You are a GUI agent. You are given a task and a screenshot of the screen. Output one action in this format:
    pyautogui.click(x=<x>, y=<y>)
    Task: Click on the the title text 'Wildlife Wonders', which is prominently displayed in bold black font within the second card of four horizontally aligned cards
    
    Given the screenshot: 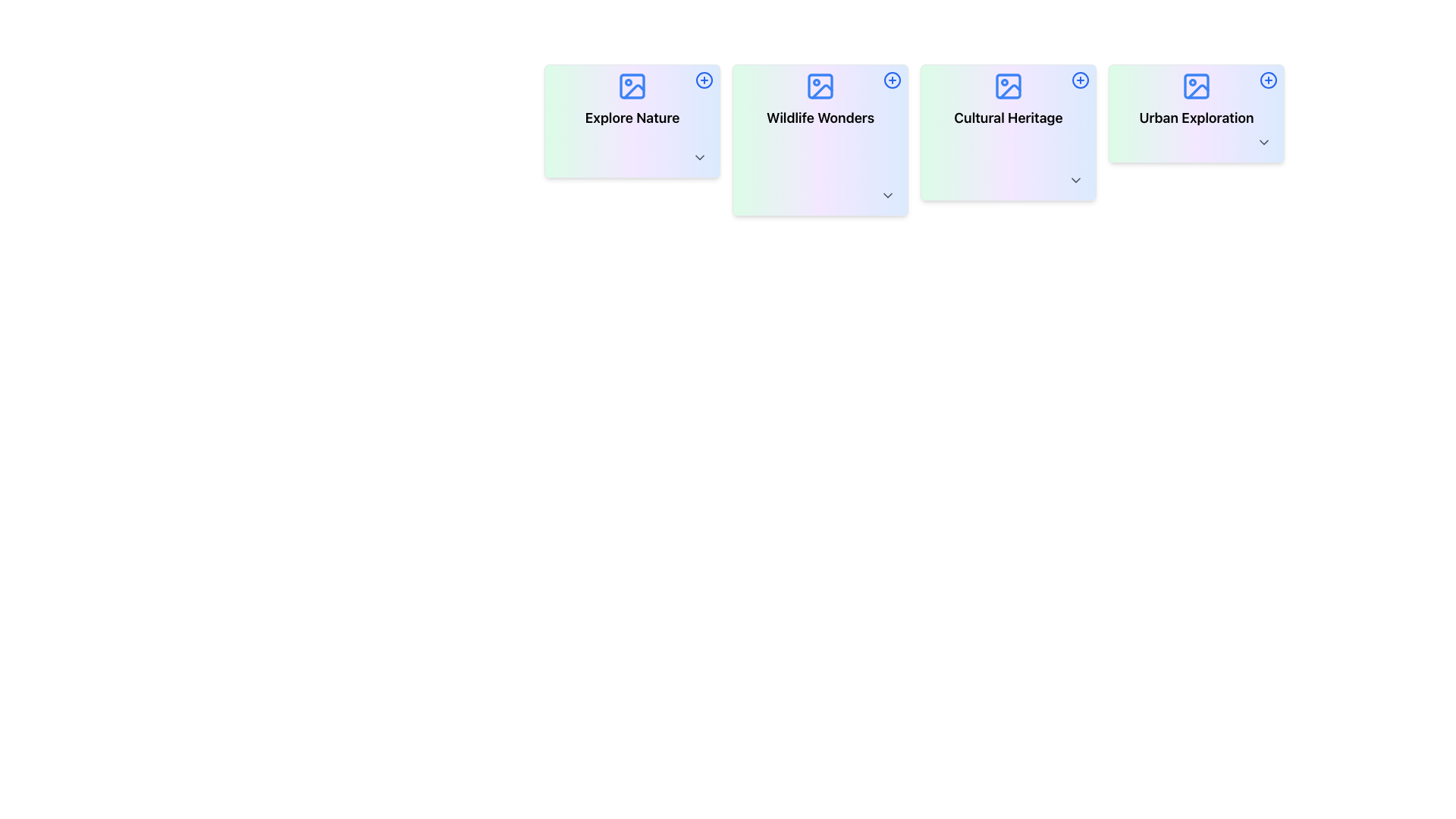 What is the action you would take?
    pyautogui.click(x=819, y=117)
    